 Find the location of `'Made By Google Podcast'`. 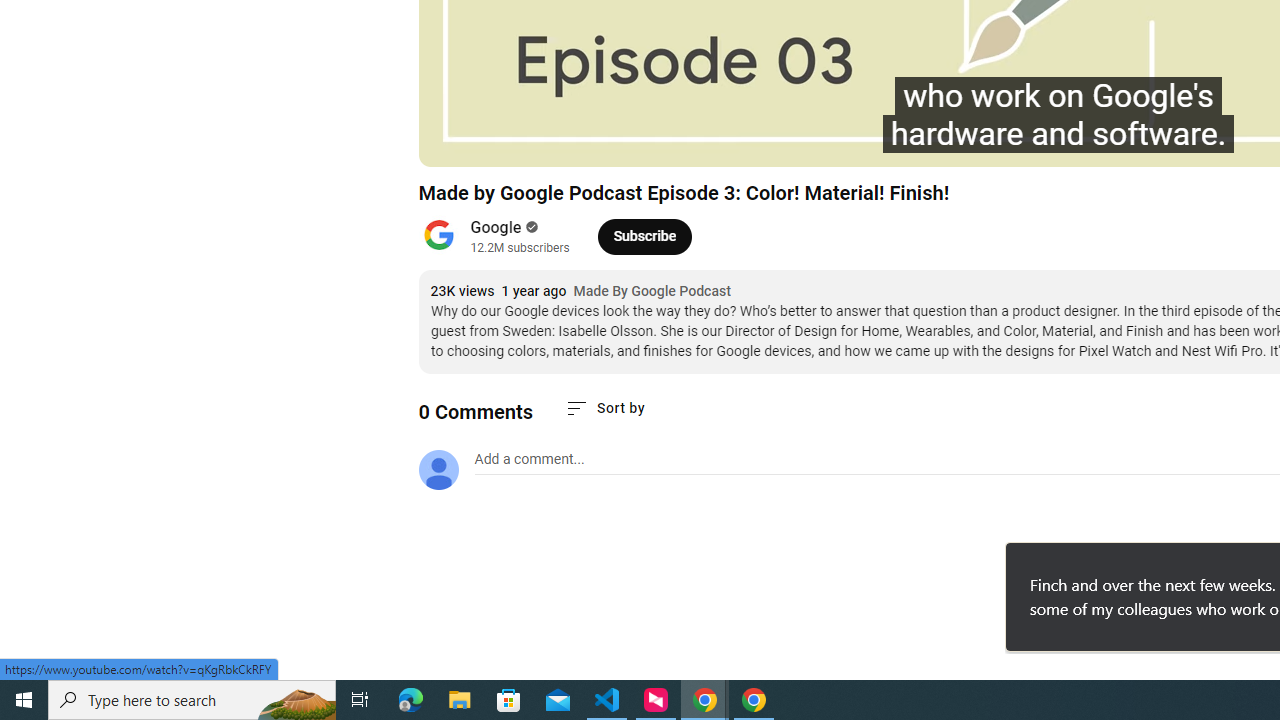

'Made By Google Podcast' is located at coordinates (652, 291).